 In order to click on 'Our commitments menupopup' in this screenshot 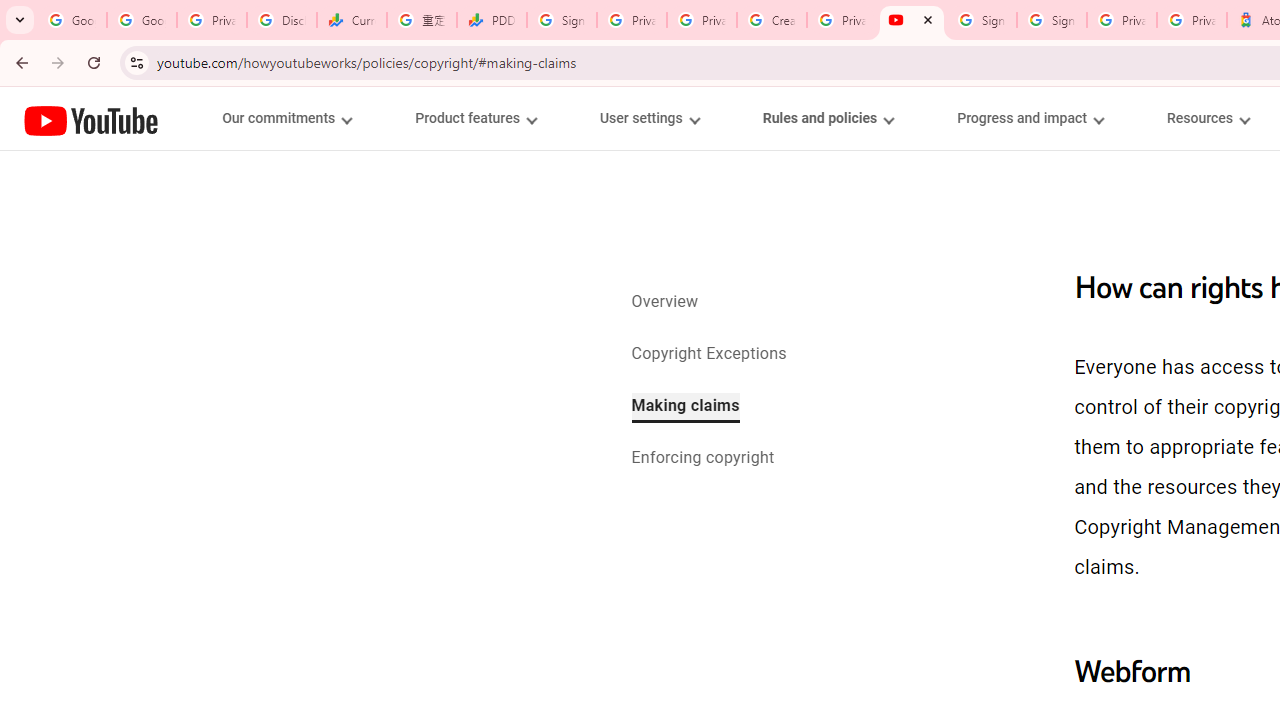, I will do `click(285, 118)`.